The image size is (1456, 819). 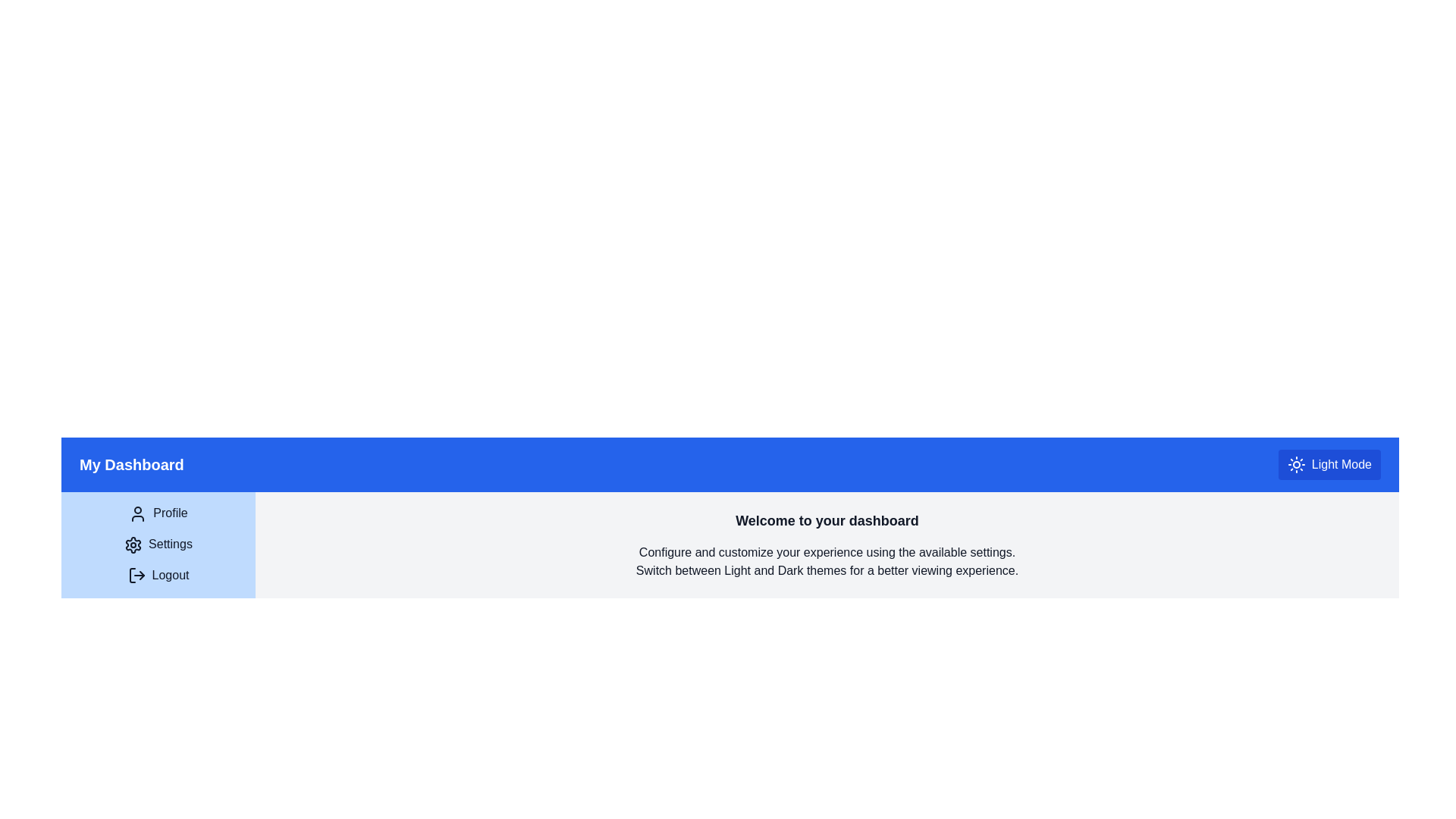 What do you see at coordinates (1329, 464) in the screenshot?
I see `the blue button with a sun icon and 'Light Mode' text in the top-right corner of the 'My Dashboard' header` at bounding box center [1329, 464].